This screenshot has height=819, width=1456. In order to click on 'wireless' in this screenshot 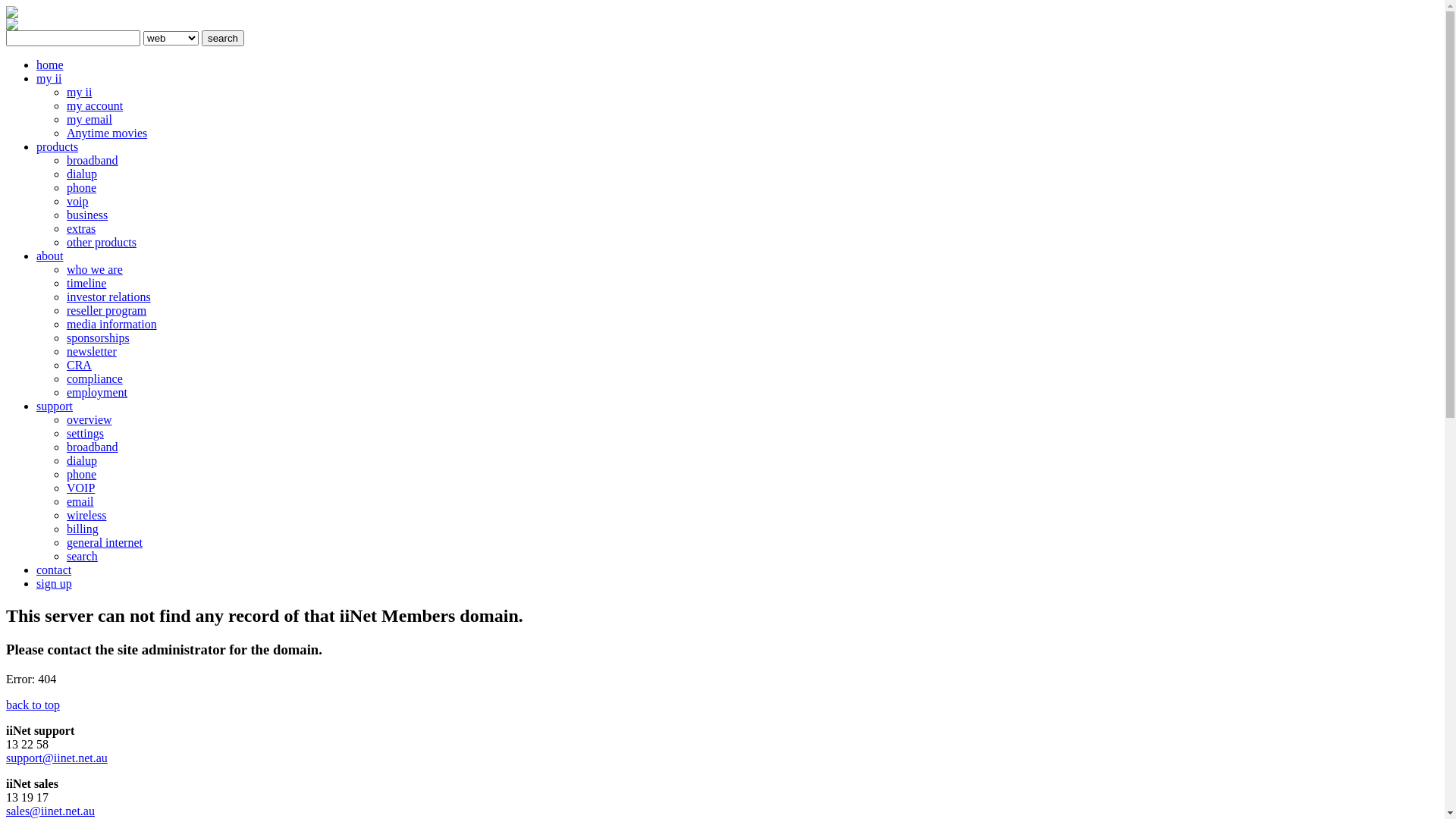, I will do `click(65, 514)`.